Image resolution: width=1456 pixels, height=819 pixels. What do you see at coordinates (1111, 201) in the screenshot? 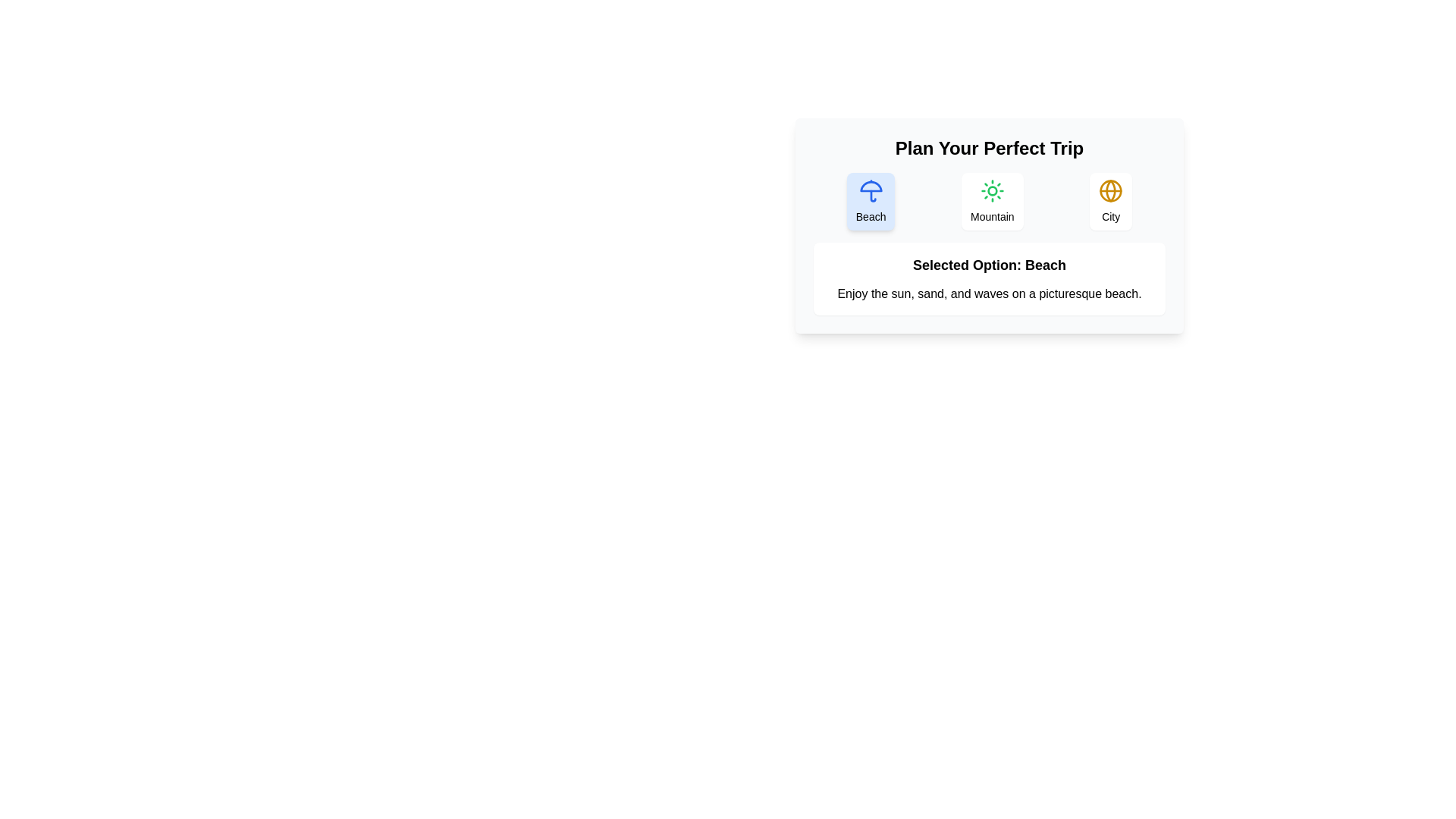
I see `the 'City' button, which is a rounded rectangle with a white background, a yellow globe icon at the top center, and the text 'City' below it, located at the rightmost position in a group of three buttons` at bounding box center [1111, 201].